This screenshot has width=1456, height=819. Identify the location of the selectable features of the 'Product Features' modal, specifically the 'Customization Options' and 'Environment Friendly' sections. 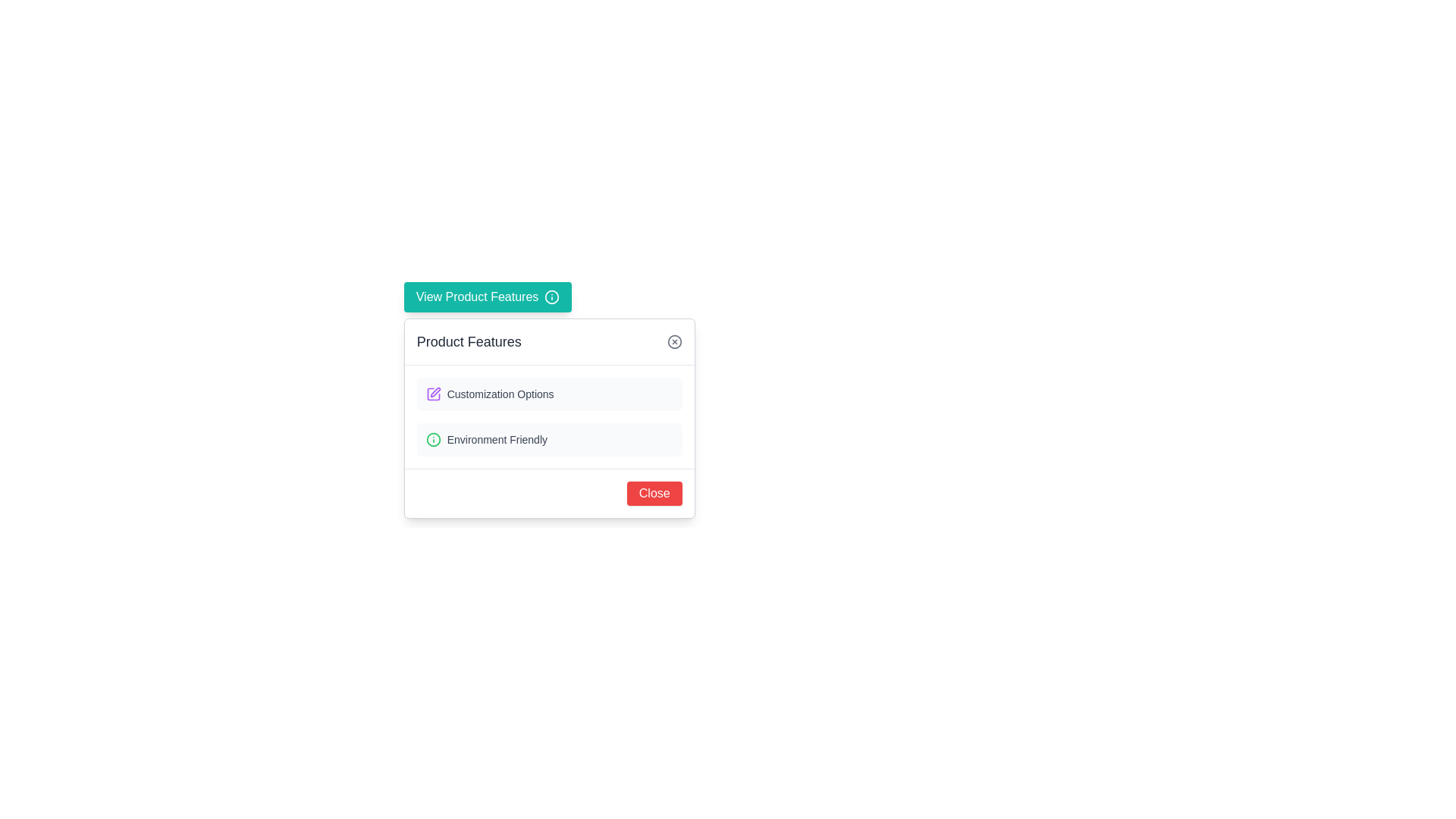
(548, 417).